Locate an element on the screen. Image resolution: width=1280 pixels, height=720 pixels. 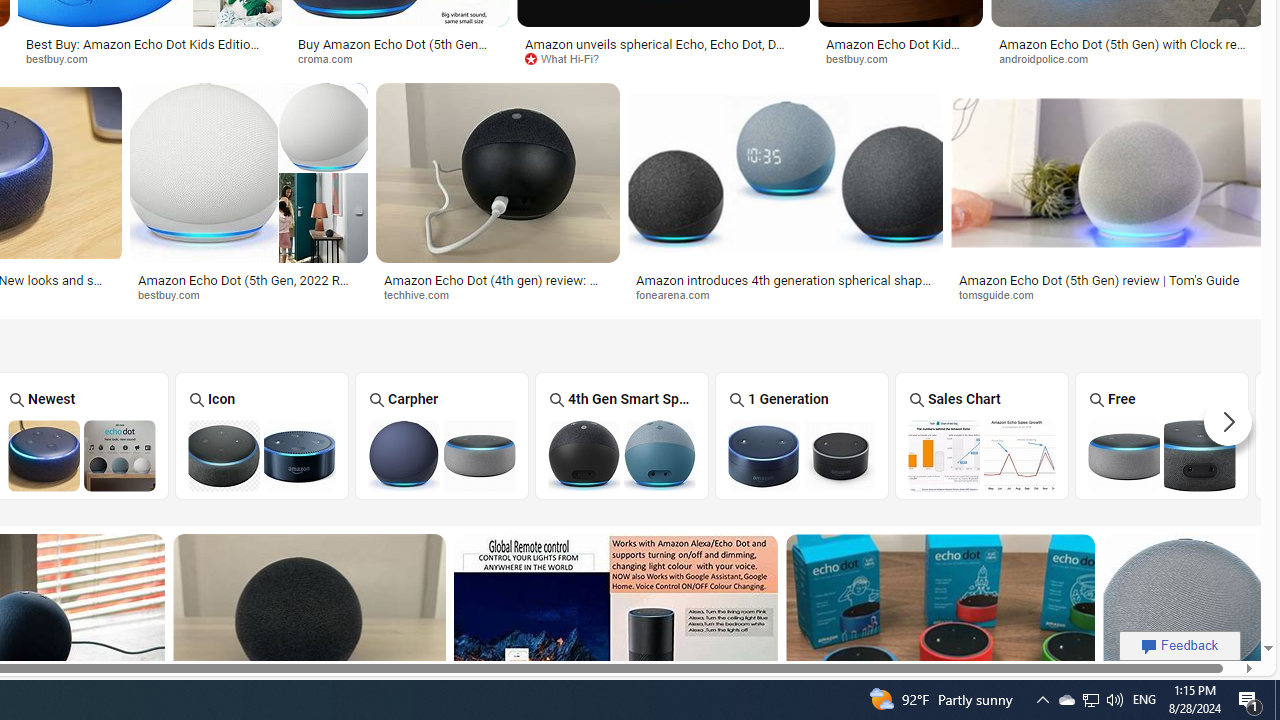
'fonearena.com' is located at coordinates (680, 294).